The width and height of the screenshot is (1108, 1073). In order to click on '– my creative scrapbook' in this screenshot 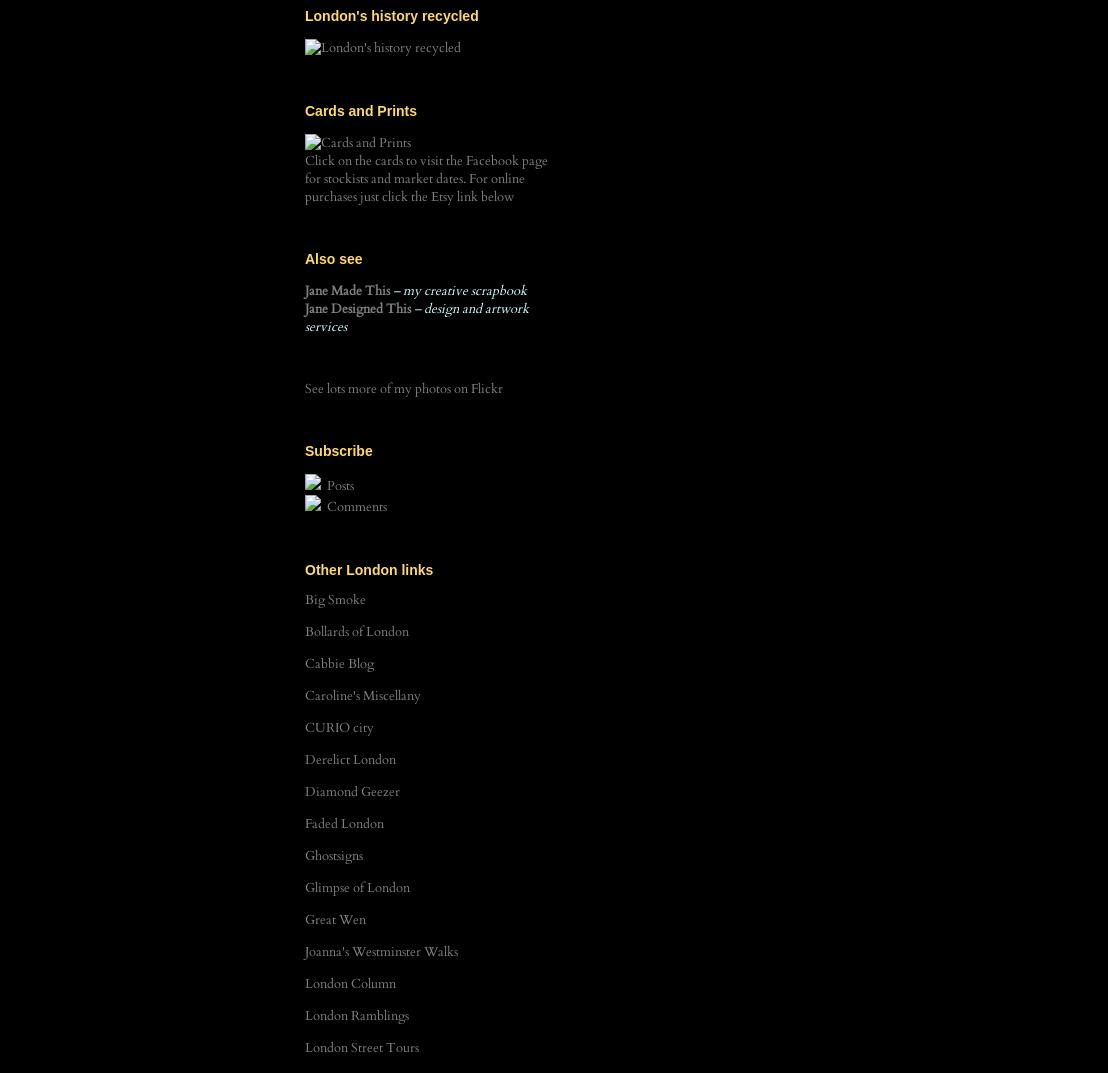, I will do `click(459, 289)`.